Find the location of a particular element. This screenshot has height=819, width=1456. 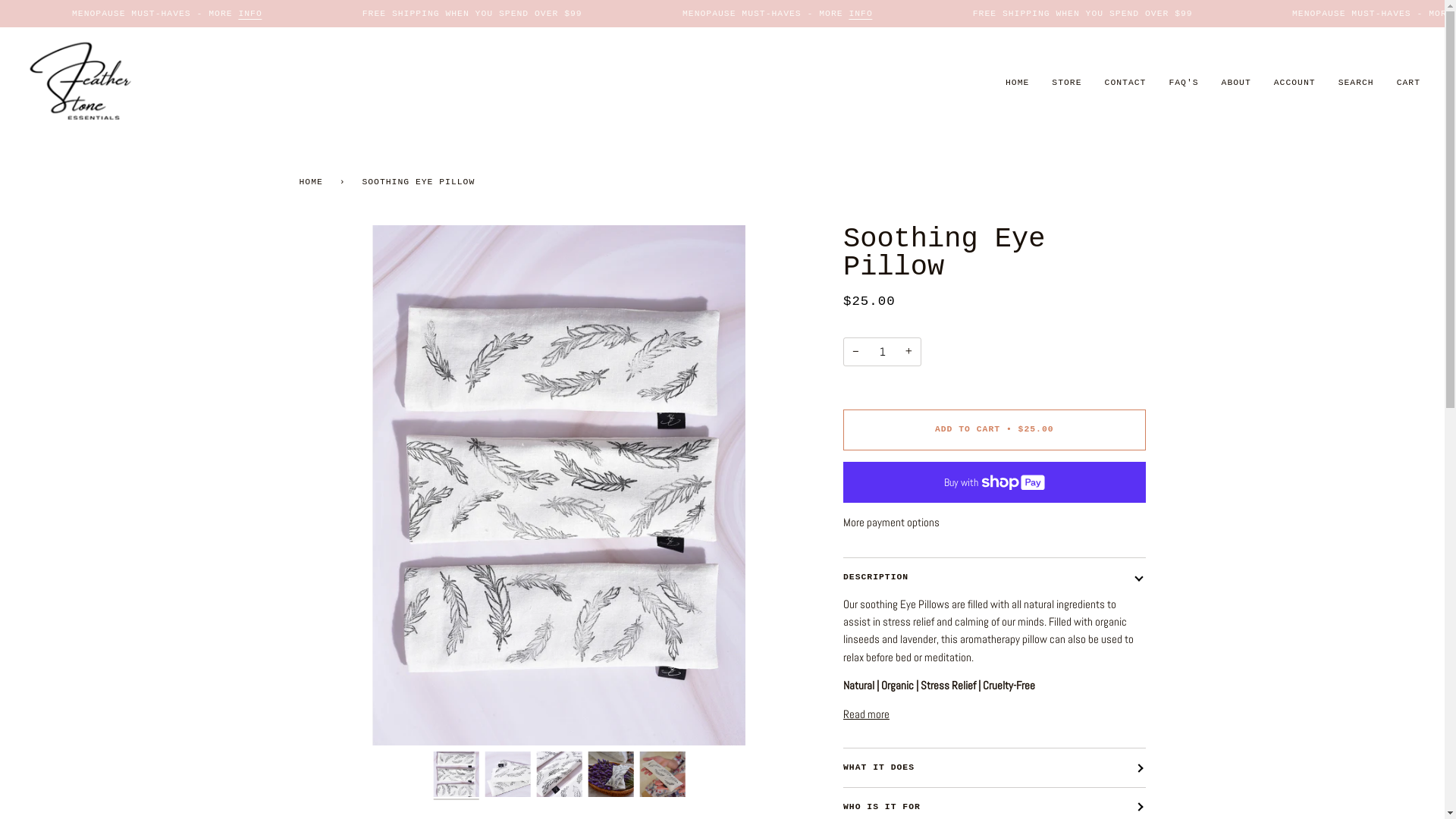

'DESCRIPTION' is located at coordinates (994, 576).